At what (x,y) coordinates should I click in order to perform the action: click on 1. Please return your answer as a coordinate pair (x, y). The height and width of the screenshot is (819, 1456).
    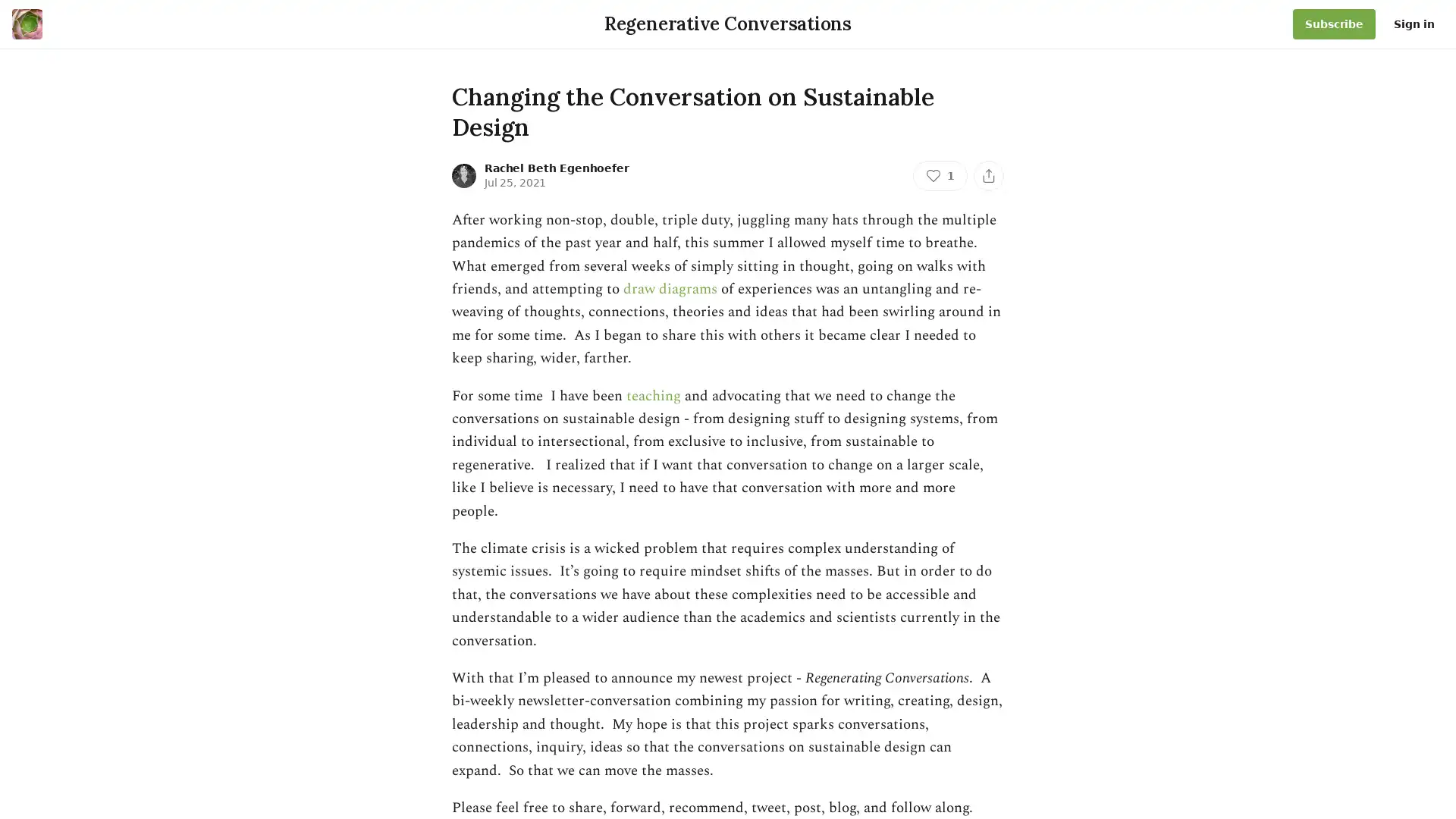
    Looking at the image, I should click on (939, 174).